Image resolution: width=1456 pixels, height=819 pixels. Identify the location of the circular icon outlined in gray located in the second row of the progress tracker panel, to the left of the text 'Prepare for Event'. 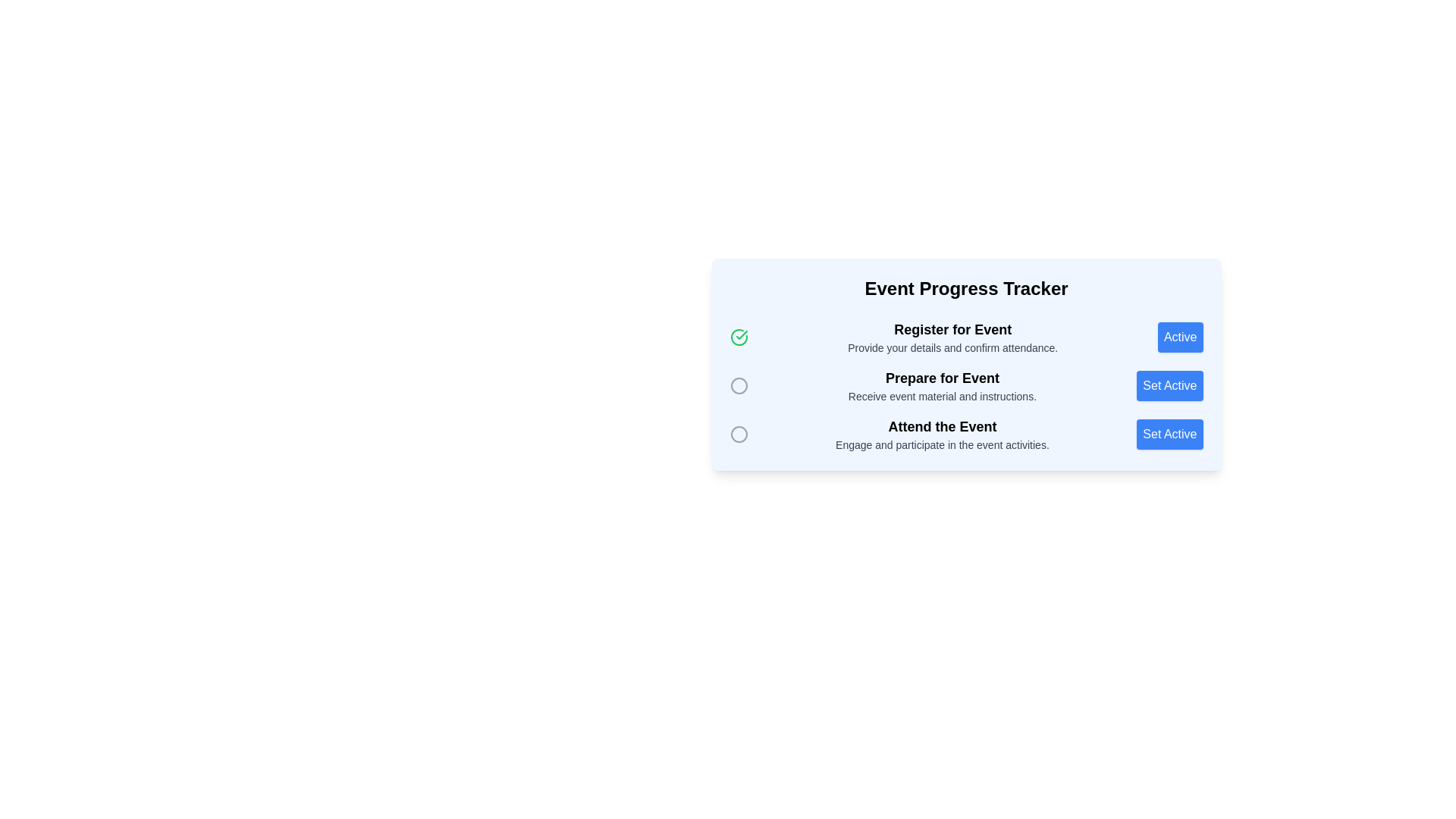
(745, 385).